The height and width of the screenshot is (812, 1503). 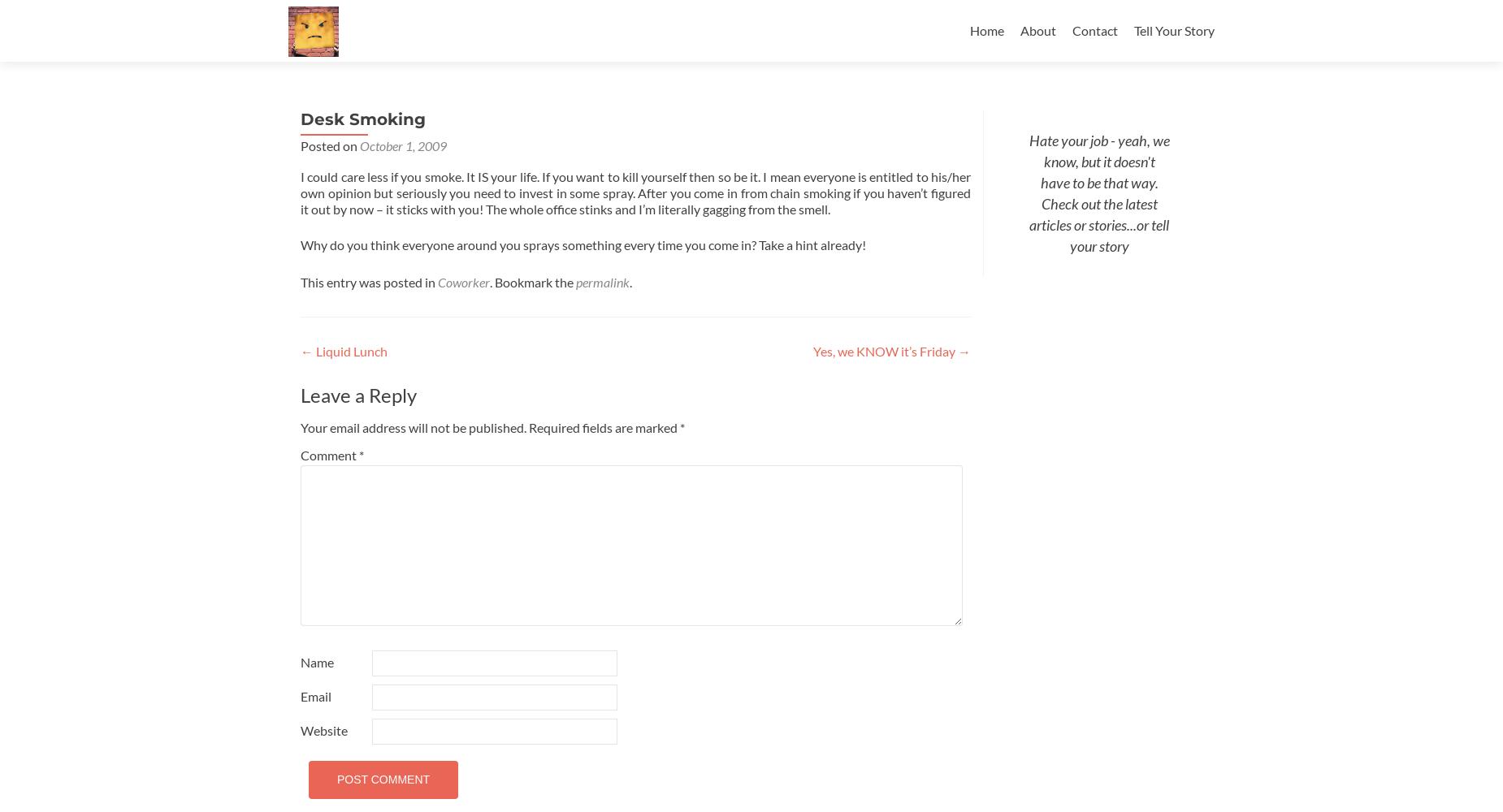 What do you see at coordinates (300, 145) in the screenshot?
I see `'Posted on'` at bounding box center [300, 145].